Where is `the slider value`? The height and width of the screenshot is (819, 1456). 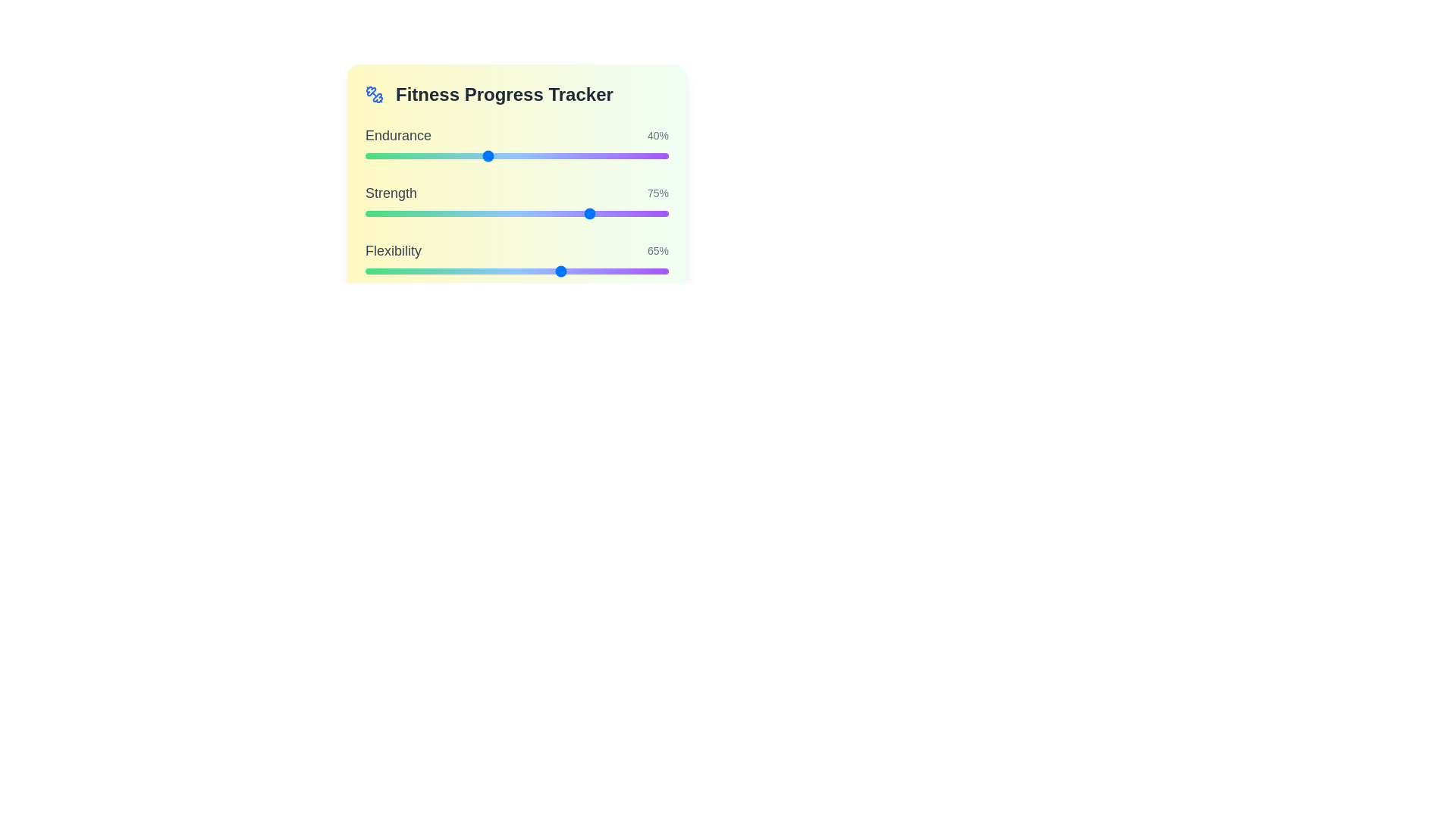 the slider value is located at coordinates (386, 213).